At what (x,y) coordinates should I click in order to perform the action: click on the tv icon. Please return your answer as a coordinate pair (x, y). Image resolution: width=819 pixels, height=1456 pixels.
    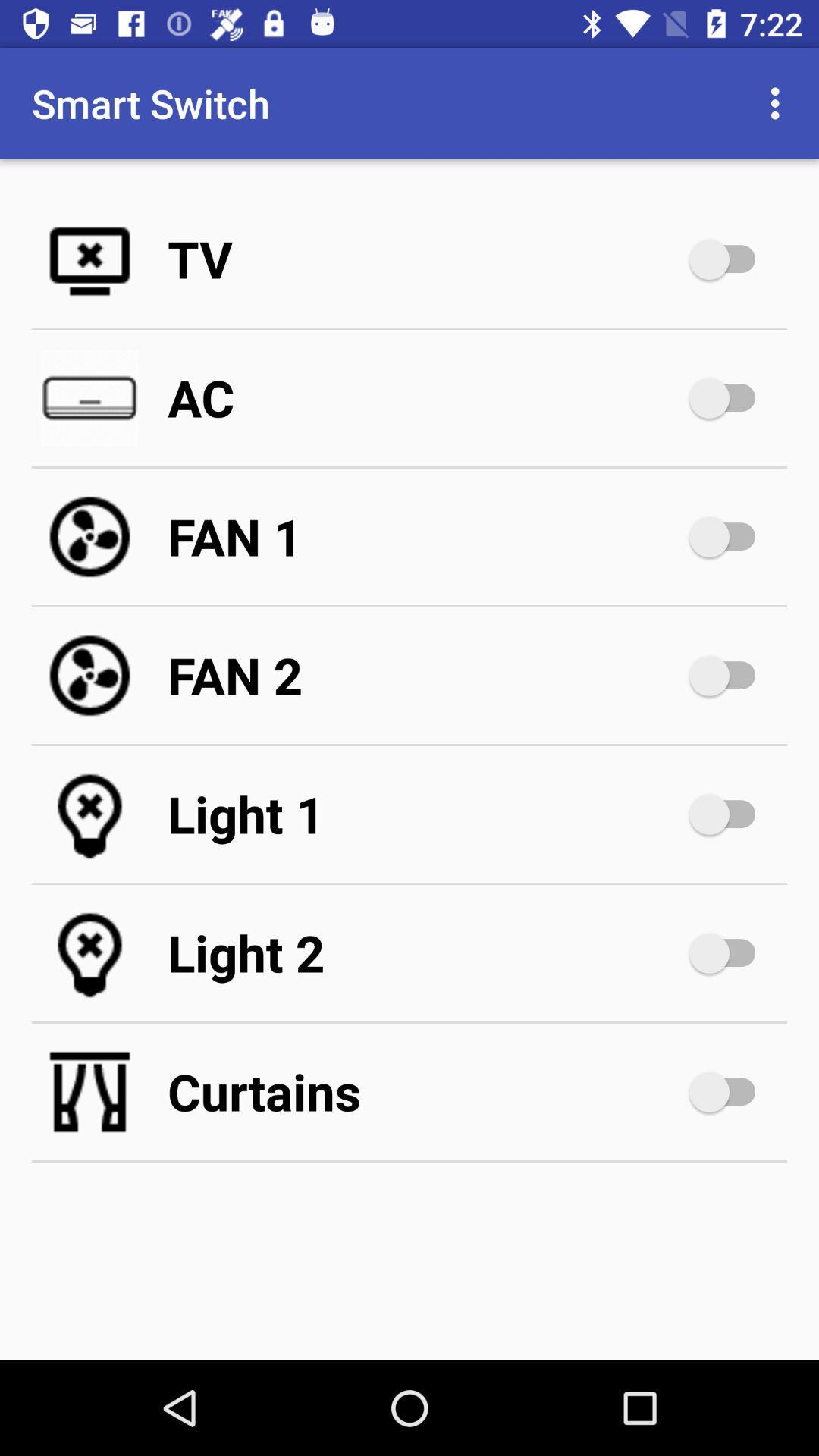
    Looking at the image, I should click on (425, 259).